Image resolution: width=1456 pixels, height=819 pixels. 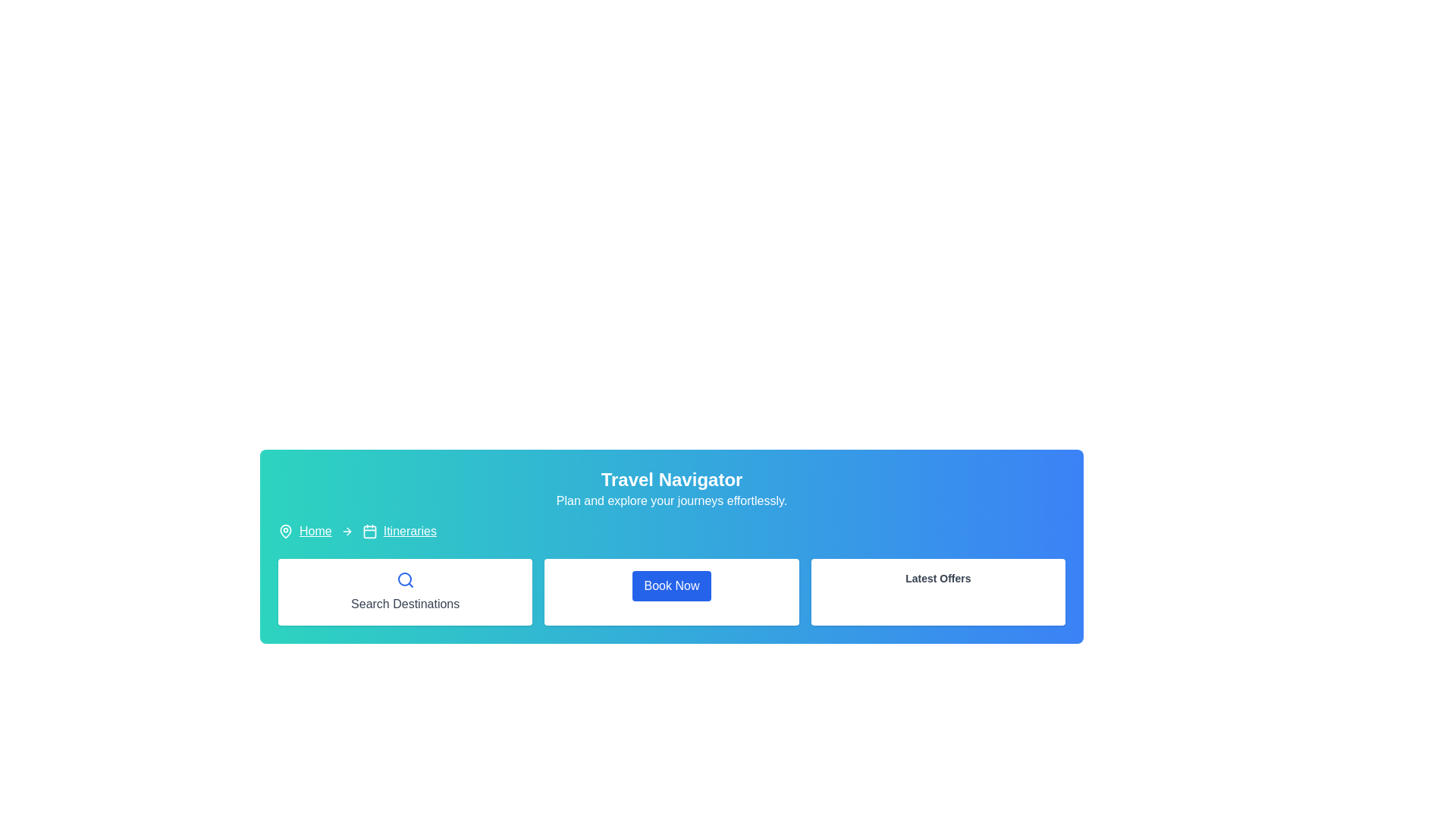 What do you see at coordinates (405, 579) in the screenshot?
I see `the blue magnifying glass icon located above the 'Search Destinations' text to initiate a search action` at bounding box center [405, 579].